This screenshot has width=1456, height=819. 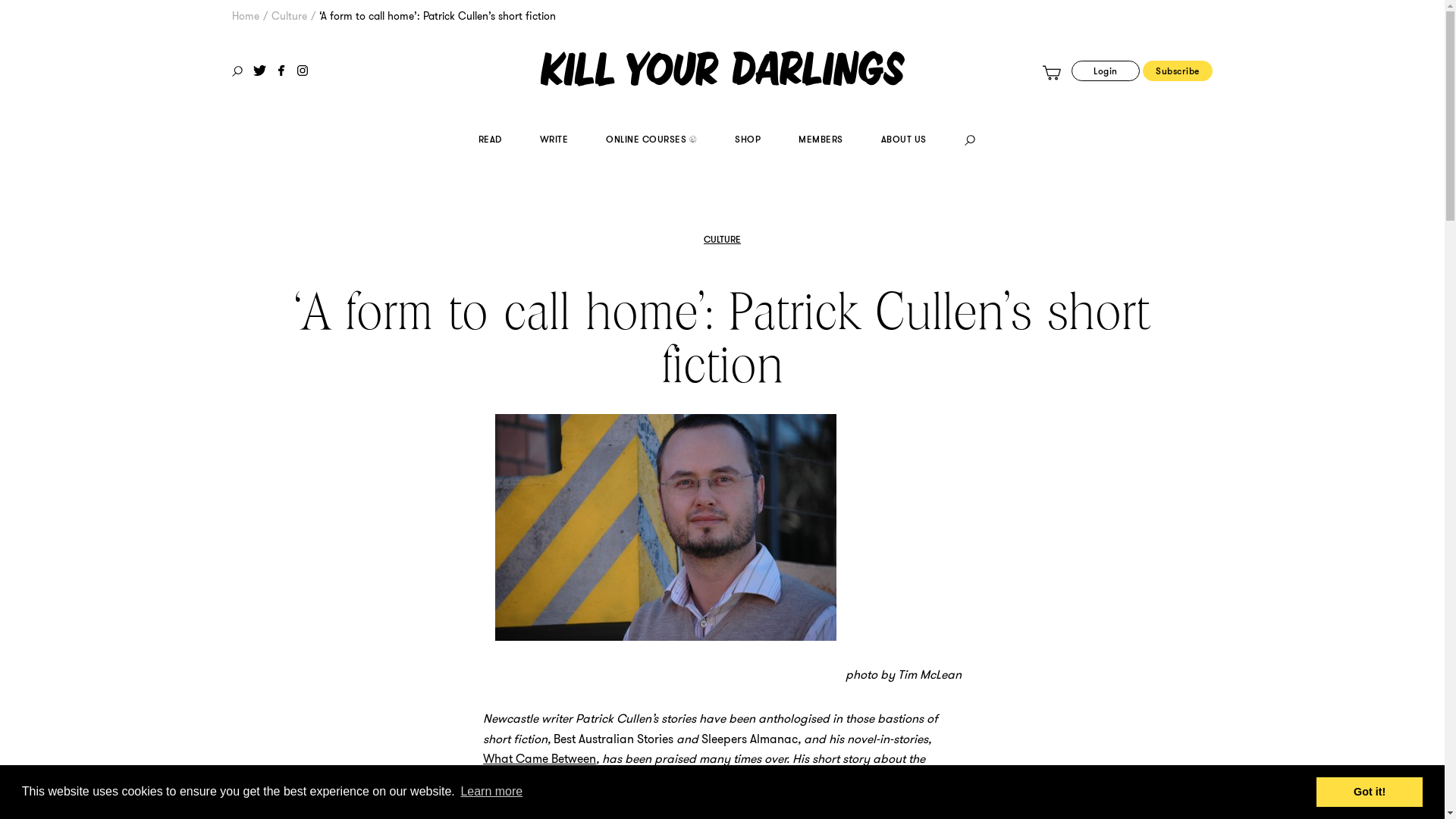 I want to click on 'Login', so click(x=1106, y=71).